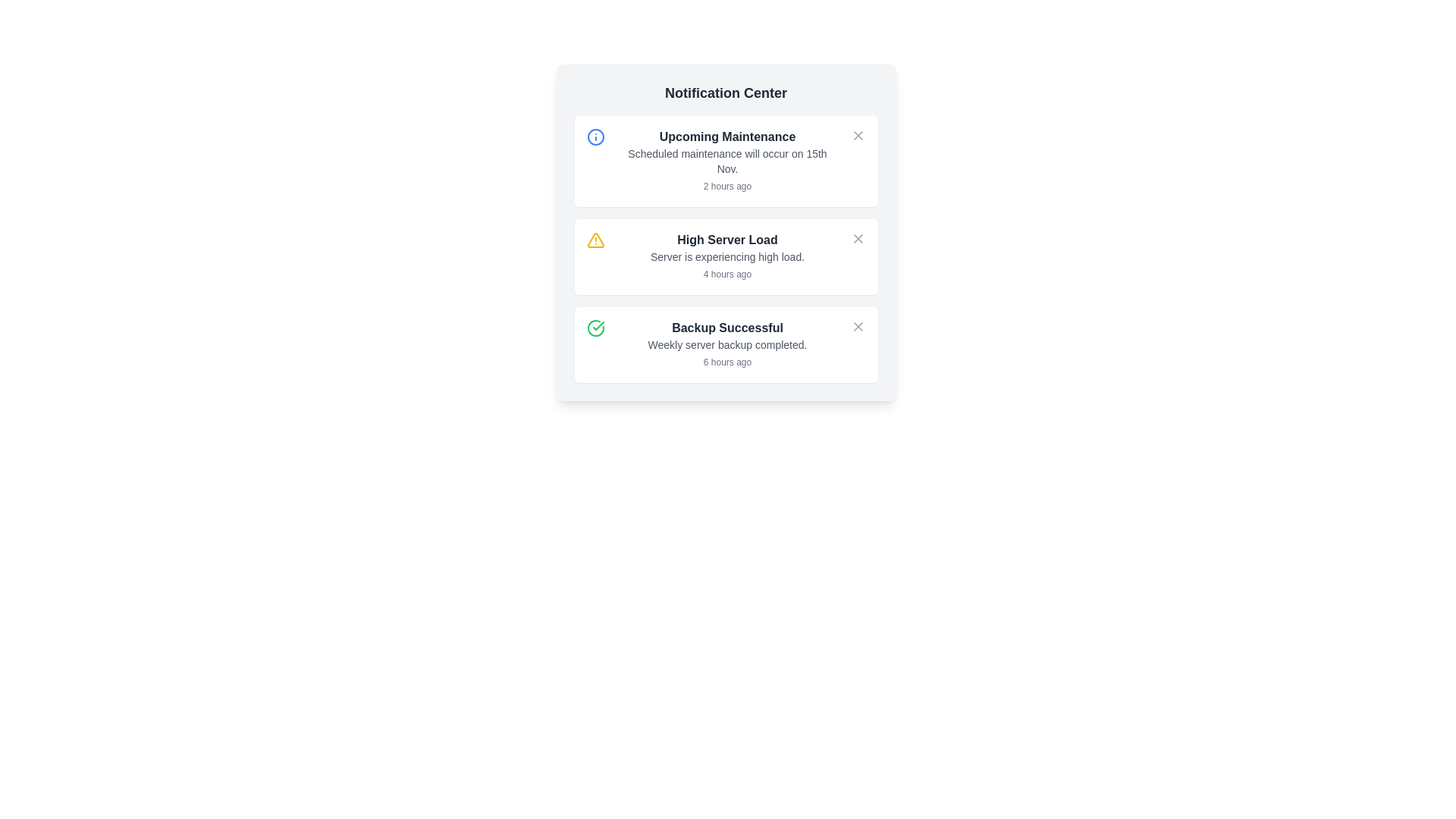  Describe the element at coordinates (726, 137) in the screenshot. I see `the 'Upcoming Maintenance' label, which is prominently displayed in bold and larger font near the top of the first notification card in the Notification Center` at that location.